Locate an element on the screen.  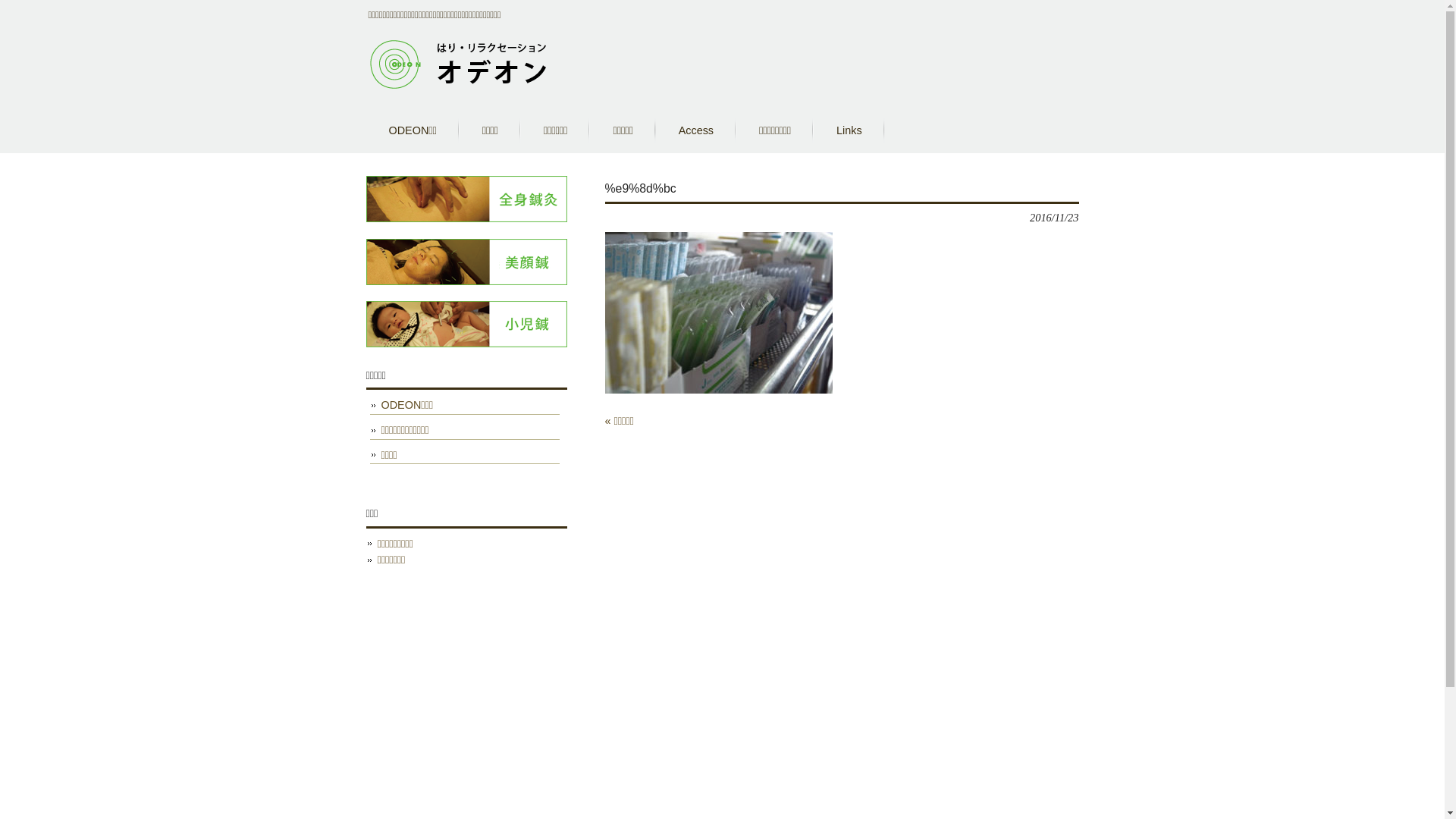
'Access' is located at coordinates (695, 130).